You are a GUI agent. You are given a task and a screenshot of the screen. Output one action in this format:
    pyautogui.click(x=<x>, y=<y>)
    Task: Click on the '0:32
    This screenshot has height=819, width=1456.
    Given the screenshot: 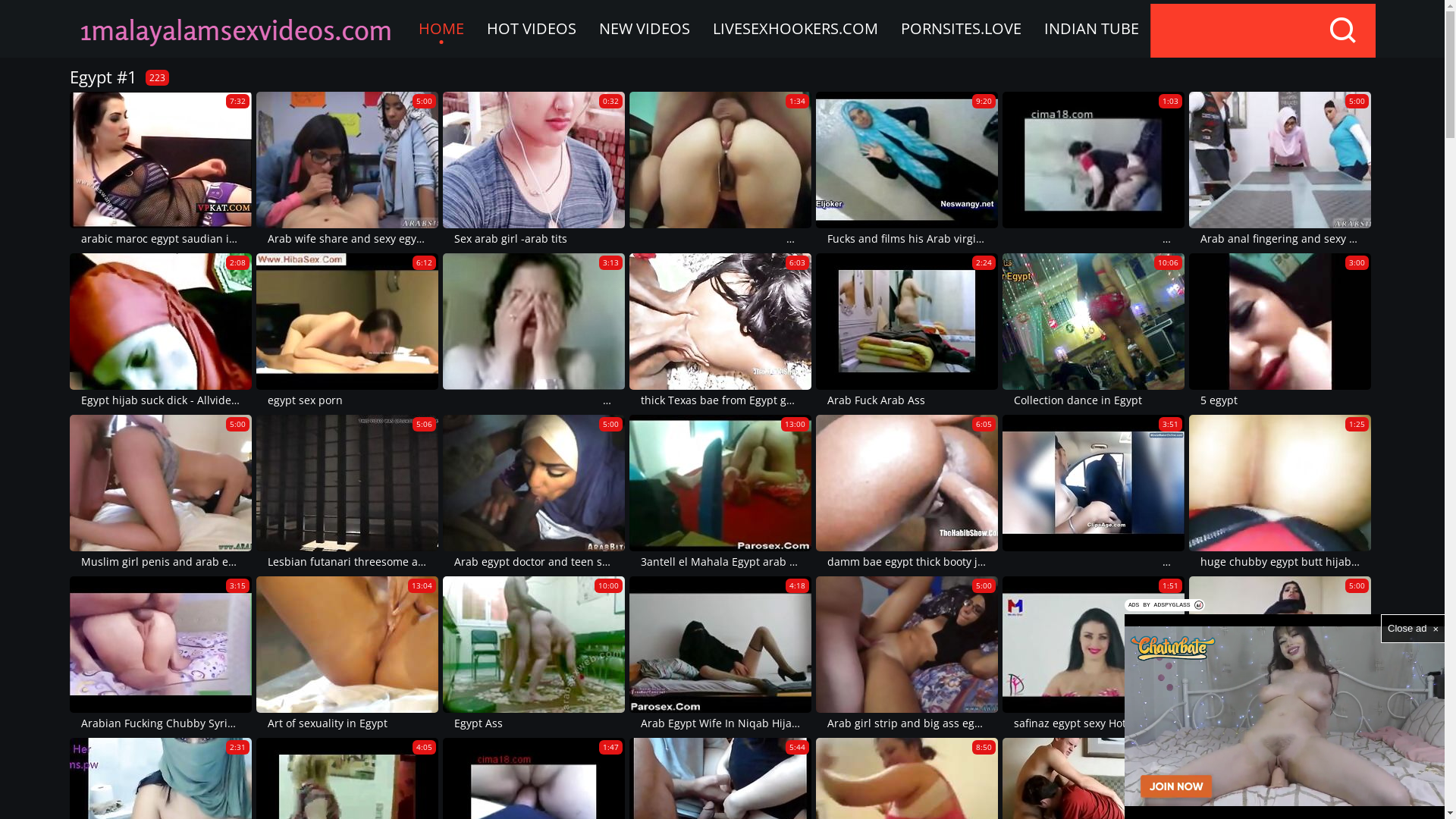 What is the action you would take?
    pyautogui.click(x=534, y=170)
    